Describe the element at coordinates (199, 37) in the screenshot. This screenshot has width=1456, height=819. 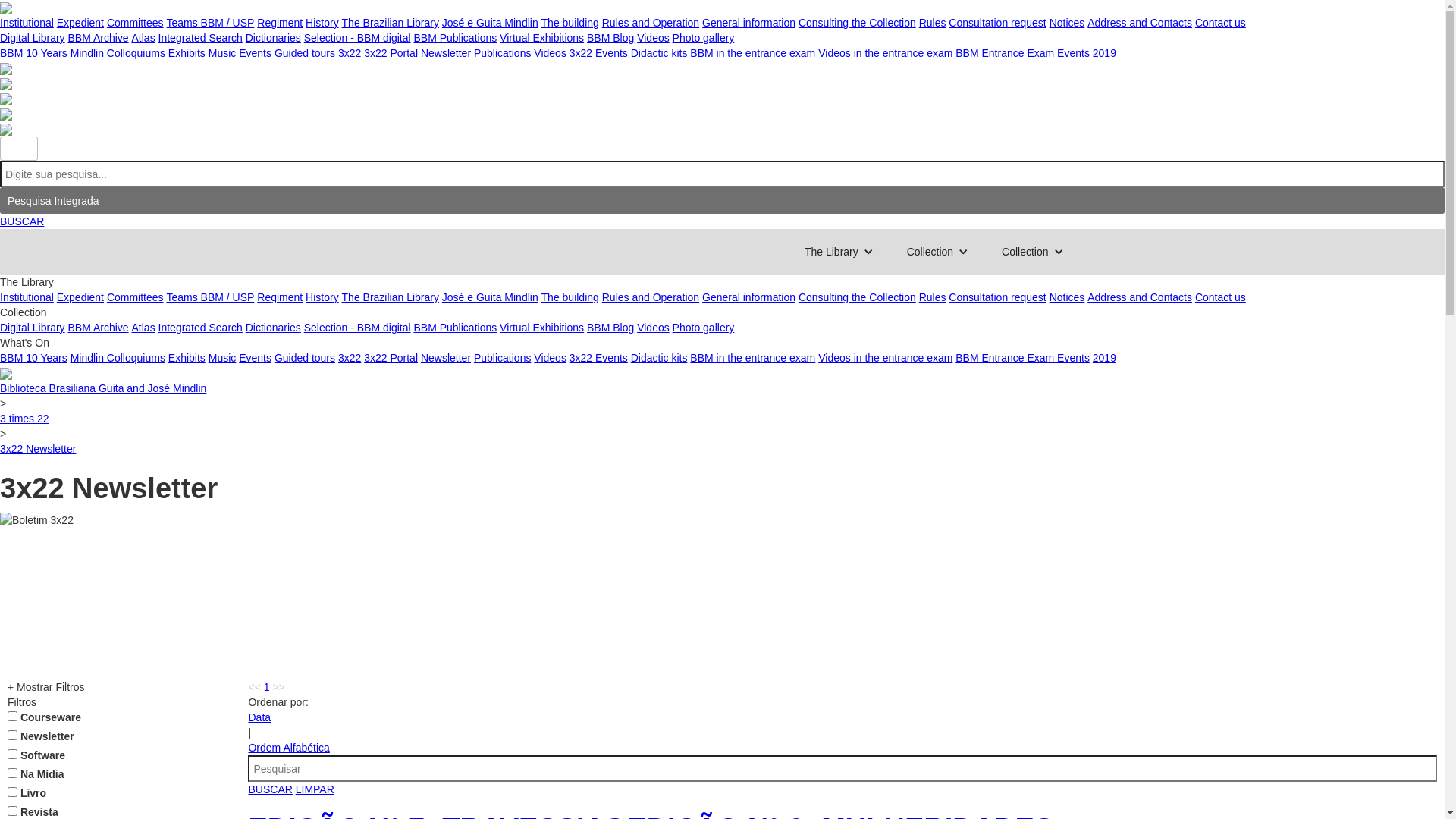
I see `'Integrated Search'` at that location.